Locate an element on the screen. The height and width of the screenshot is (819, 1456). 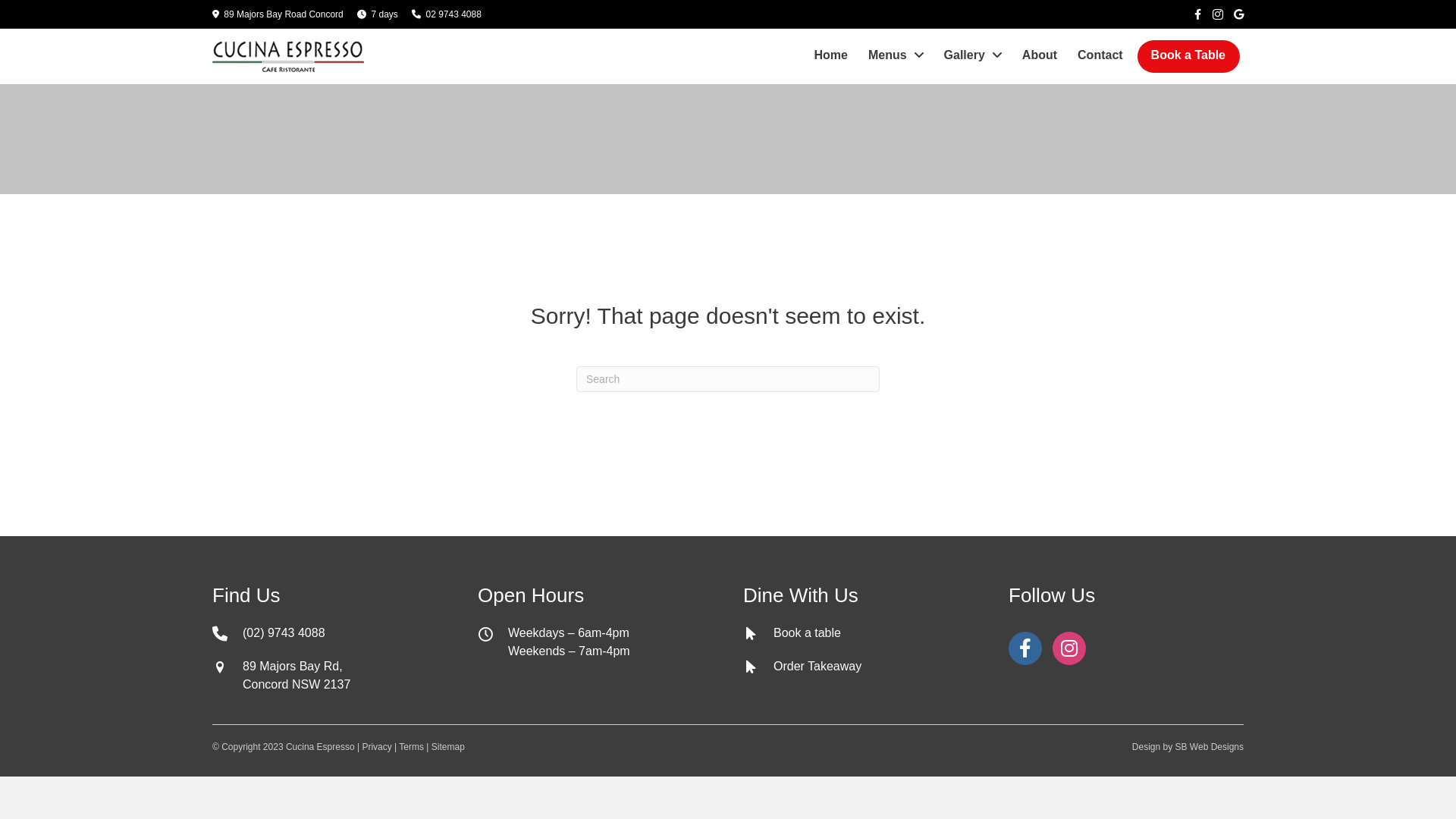
'Gallery' is located at coordinates (973, 55).